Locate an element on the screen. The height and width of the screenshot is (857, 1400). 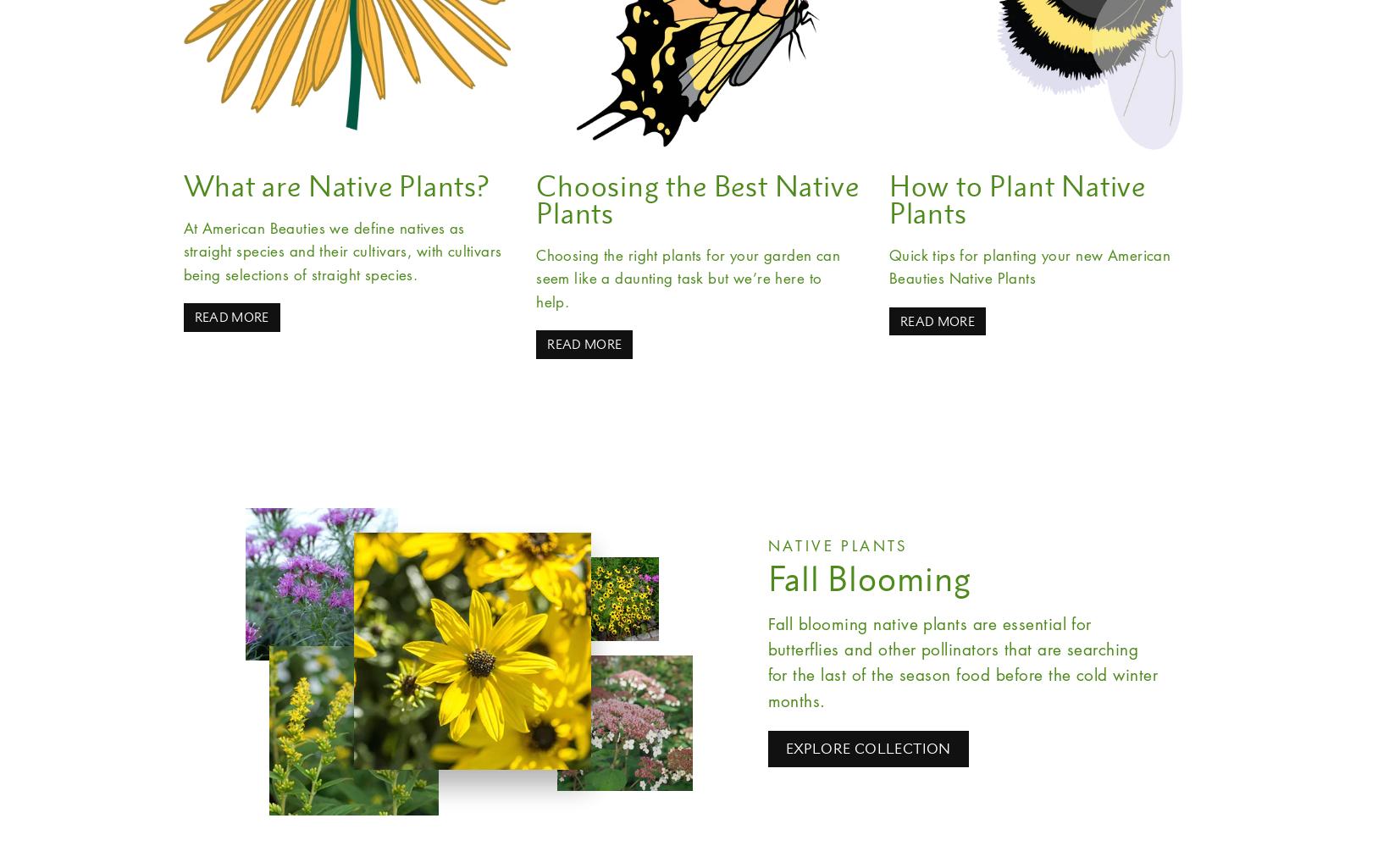
'Fall Blooming' is located at coordinates (767, 577).